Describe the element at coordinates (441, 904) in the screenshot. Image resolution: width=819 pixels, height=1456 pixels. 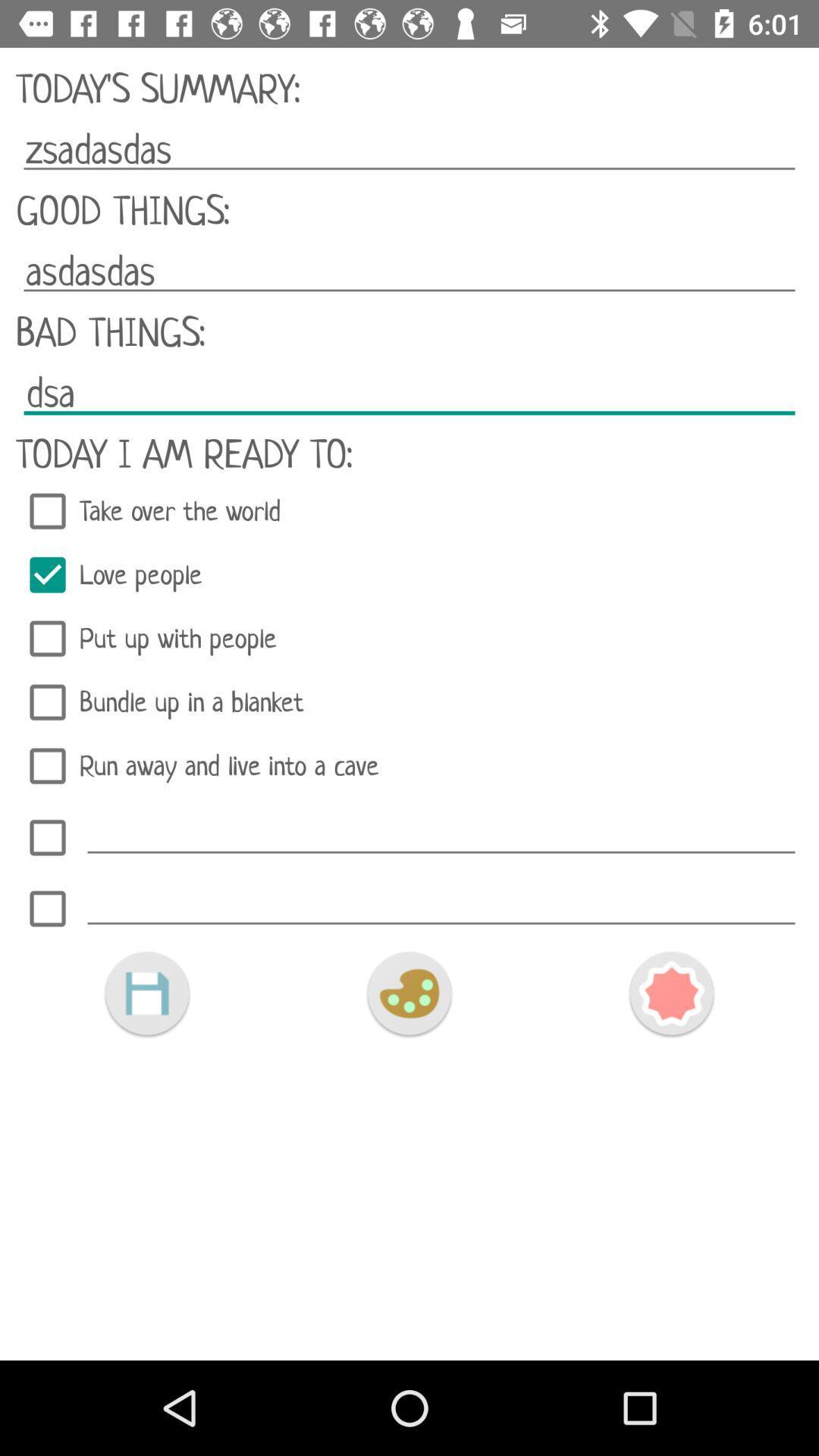
I see `text` at that location.